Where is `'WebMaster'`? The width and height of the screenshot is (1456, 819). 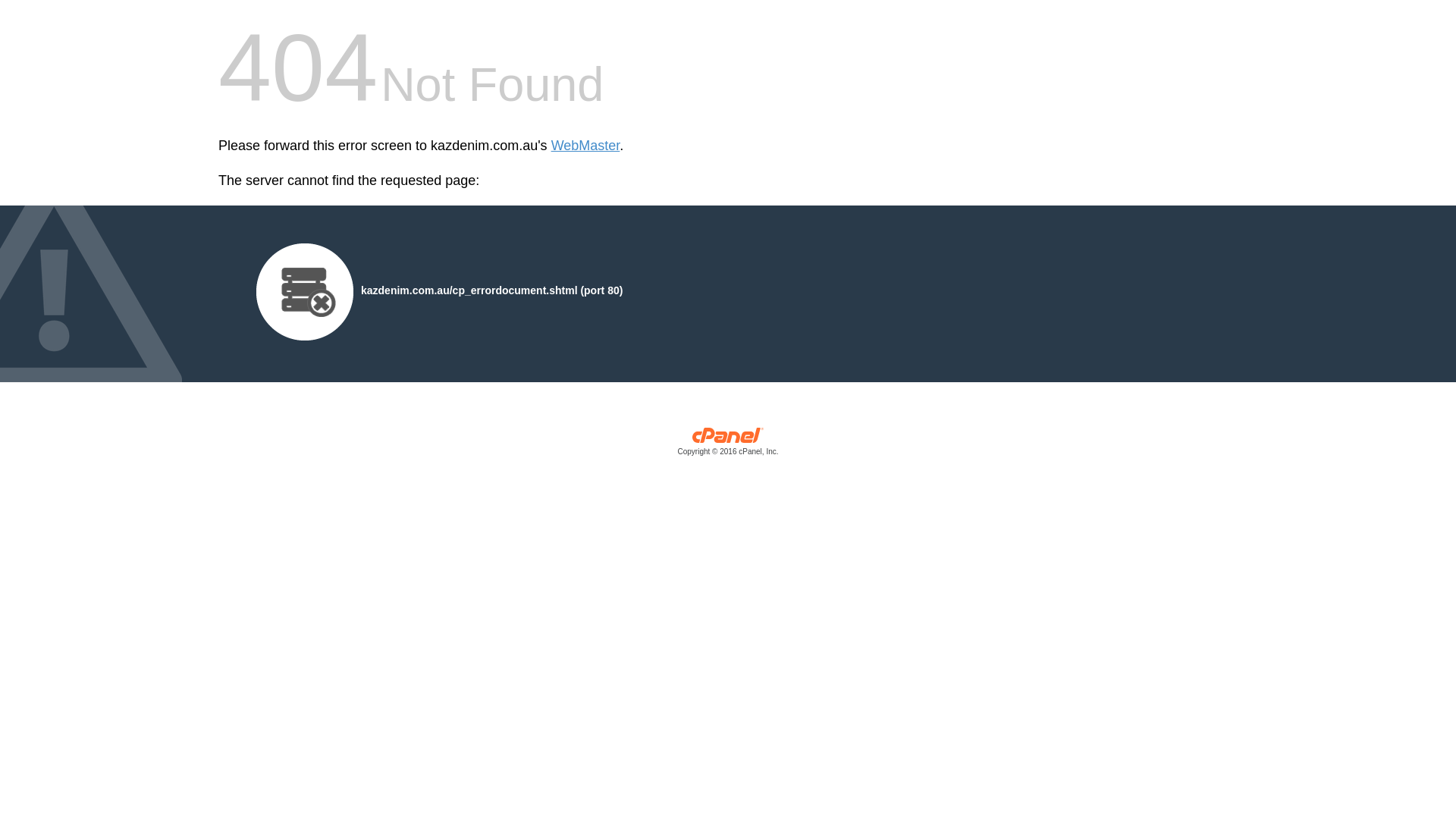
'WebMaster' is located at coordinates (585, 146).